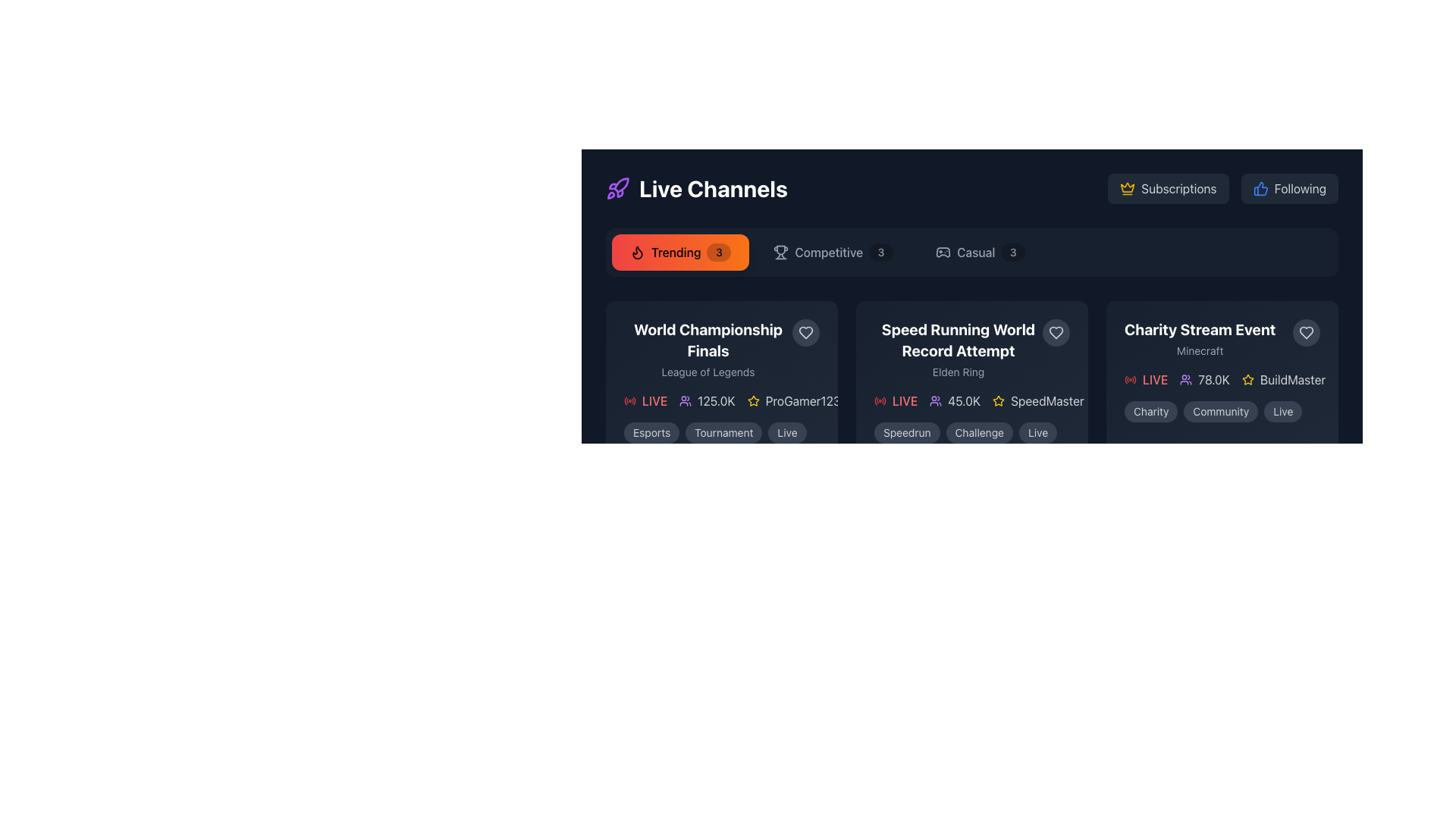 The height and width of the screenshot is (819, 1456). What do you see at coordinates (1222, 338) in the screenshot?
I see `the Text Label with Icon that displays the title 'Charity Stream Event' and category 'Minecraft'` at bounding box center [1222, 338].